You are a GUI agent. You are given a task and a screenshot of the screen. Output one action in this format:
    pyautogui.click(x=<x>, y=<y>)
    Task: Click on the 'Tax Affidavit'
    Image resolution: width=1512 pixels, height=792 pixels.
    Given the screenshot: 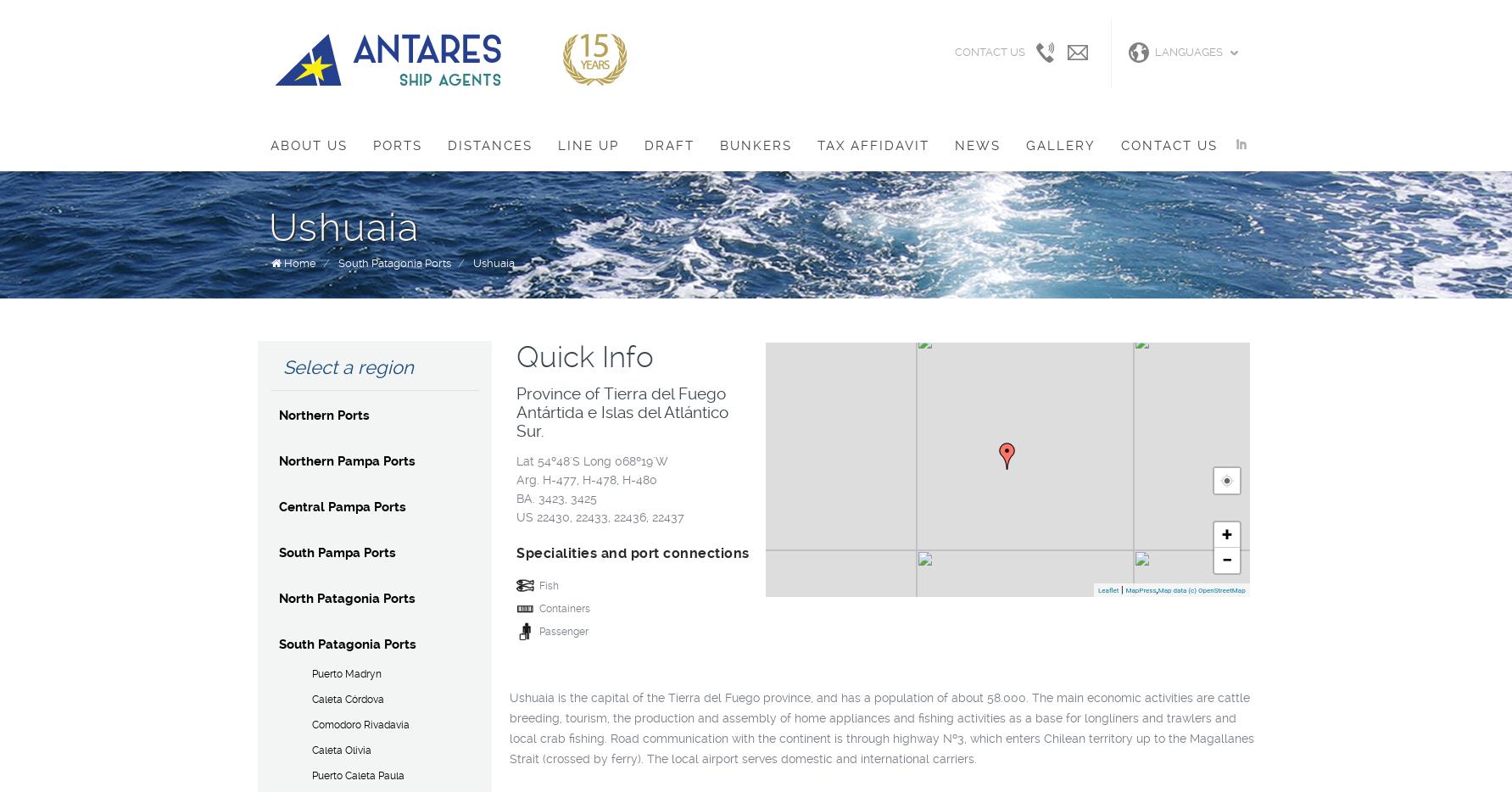 What is the action you would take?
    pyautogui.click(x=815, y=146)
    